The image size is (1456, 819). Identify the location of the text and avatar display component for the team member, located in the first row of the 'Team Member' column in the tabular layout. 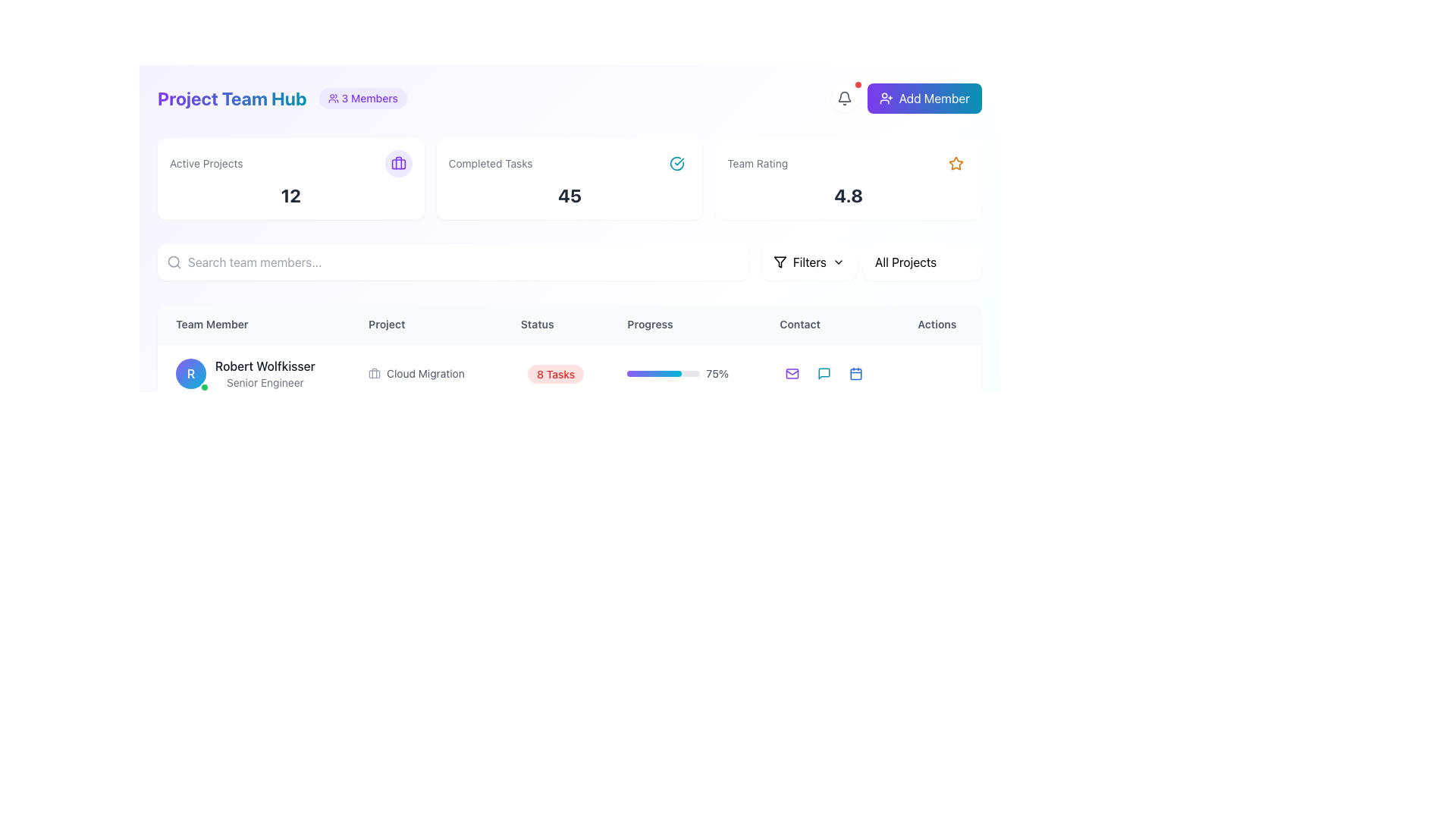
(254, 374).